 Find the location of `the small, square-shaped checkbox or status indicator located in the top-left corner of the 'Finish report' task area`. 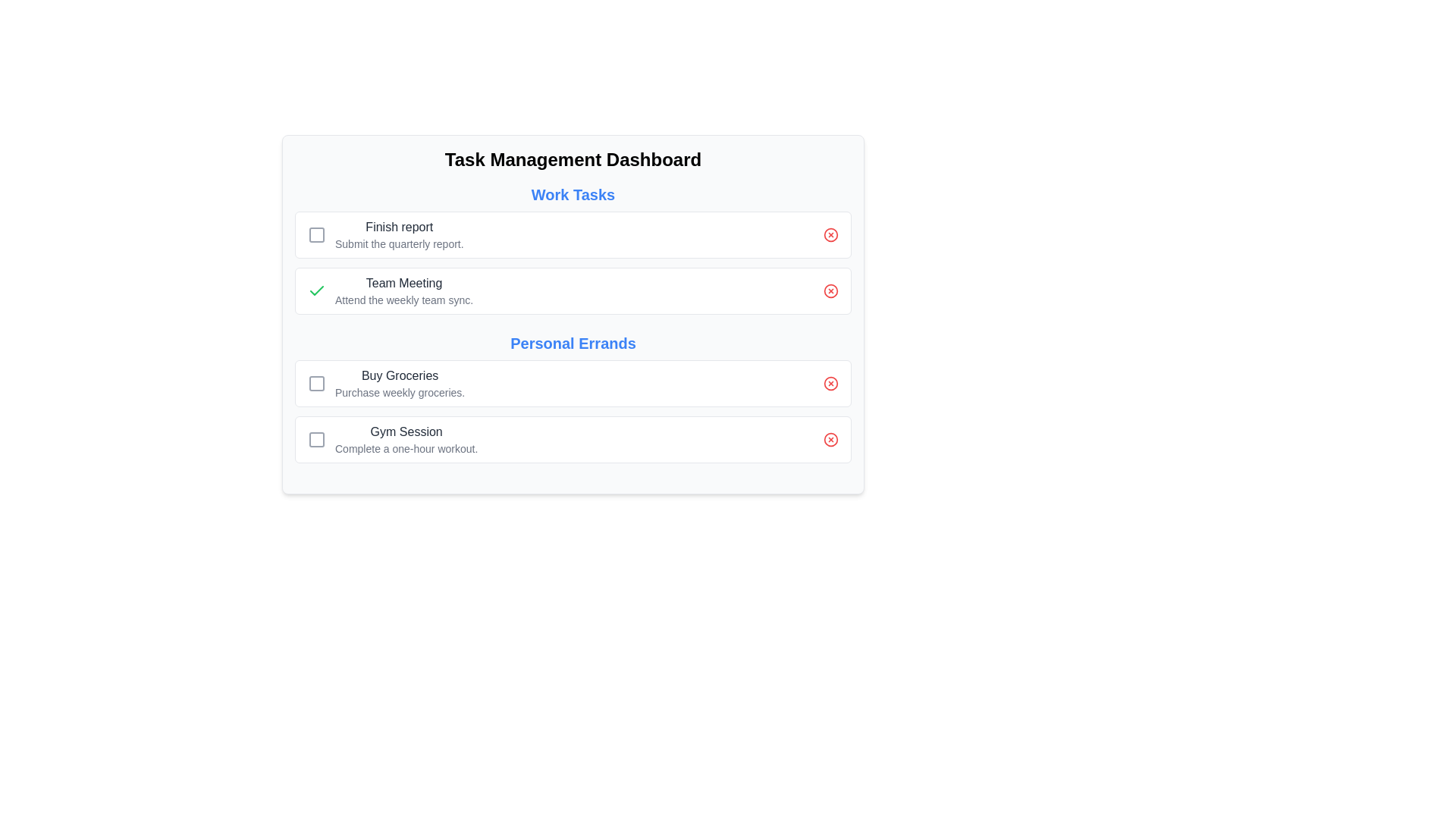

the small, square-shaped checkbox or status indicator located in the top-left corner of the 'Finish report' task area is located at coordinates (315, 234).